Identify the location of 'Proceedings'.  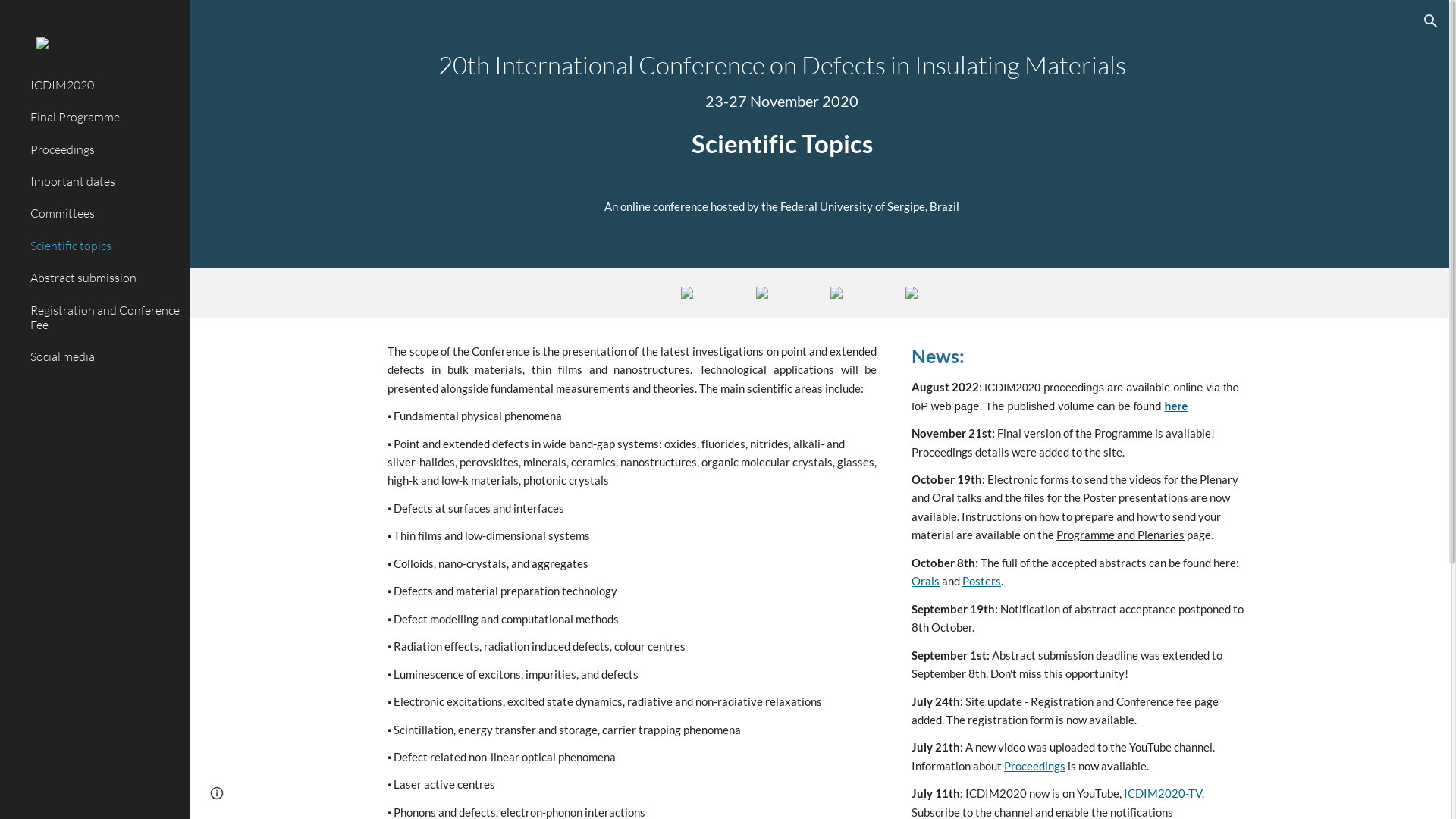
(103, 149).